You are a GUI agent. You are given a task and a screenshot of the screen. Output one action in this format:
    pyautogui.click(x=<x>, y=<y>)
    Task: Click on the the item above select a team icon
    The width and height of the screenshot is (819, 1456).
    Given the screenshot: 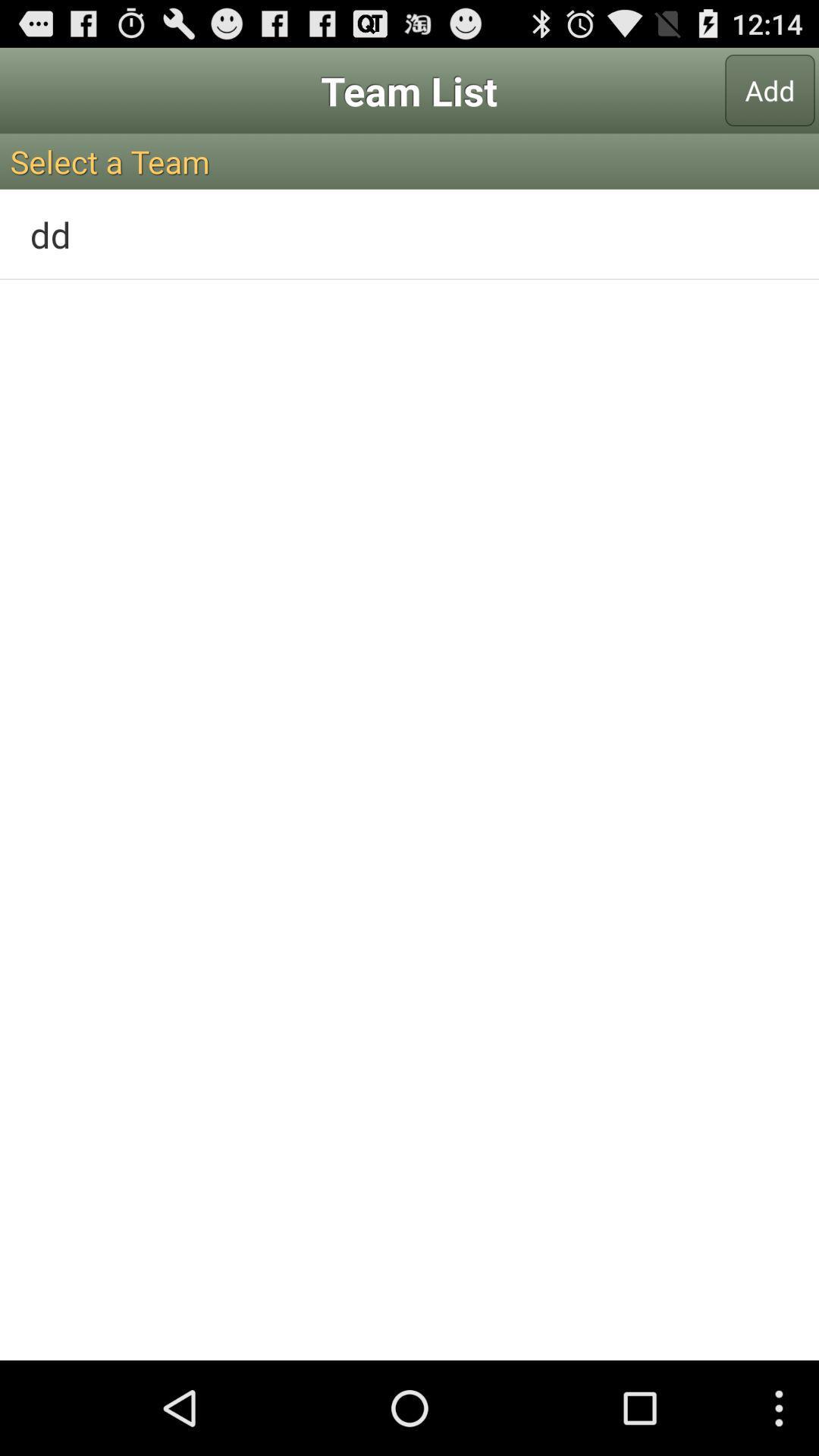 What is the action you would take?
    pyautogui.click(x=770, y=89)
    